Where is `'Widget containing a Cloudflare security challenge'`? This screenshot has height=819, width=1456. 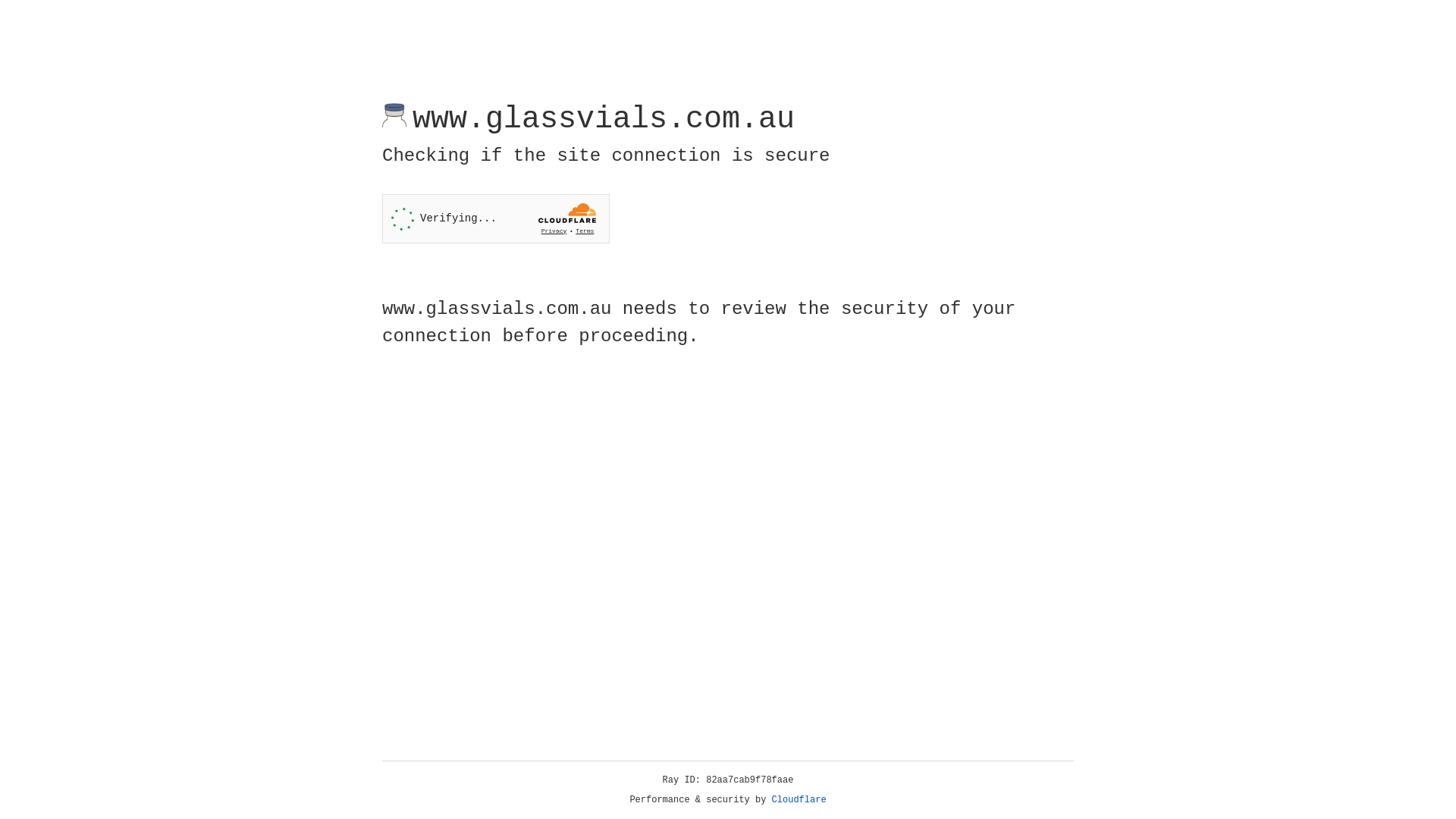
'Widget containing a Cloudflare security challenge' is located at coordinates (495, 218).